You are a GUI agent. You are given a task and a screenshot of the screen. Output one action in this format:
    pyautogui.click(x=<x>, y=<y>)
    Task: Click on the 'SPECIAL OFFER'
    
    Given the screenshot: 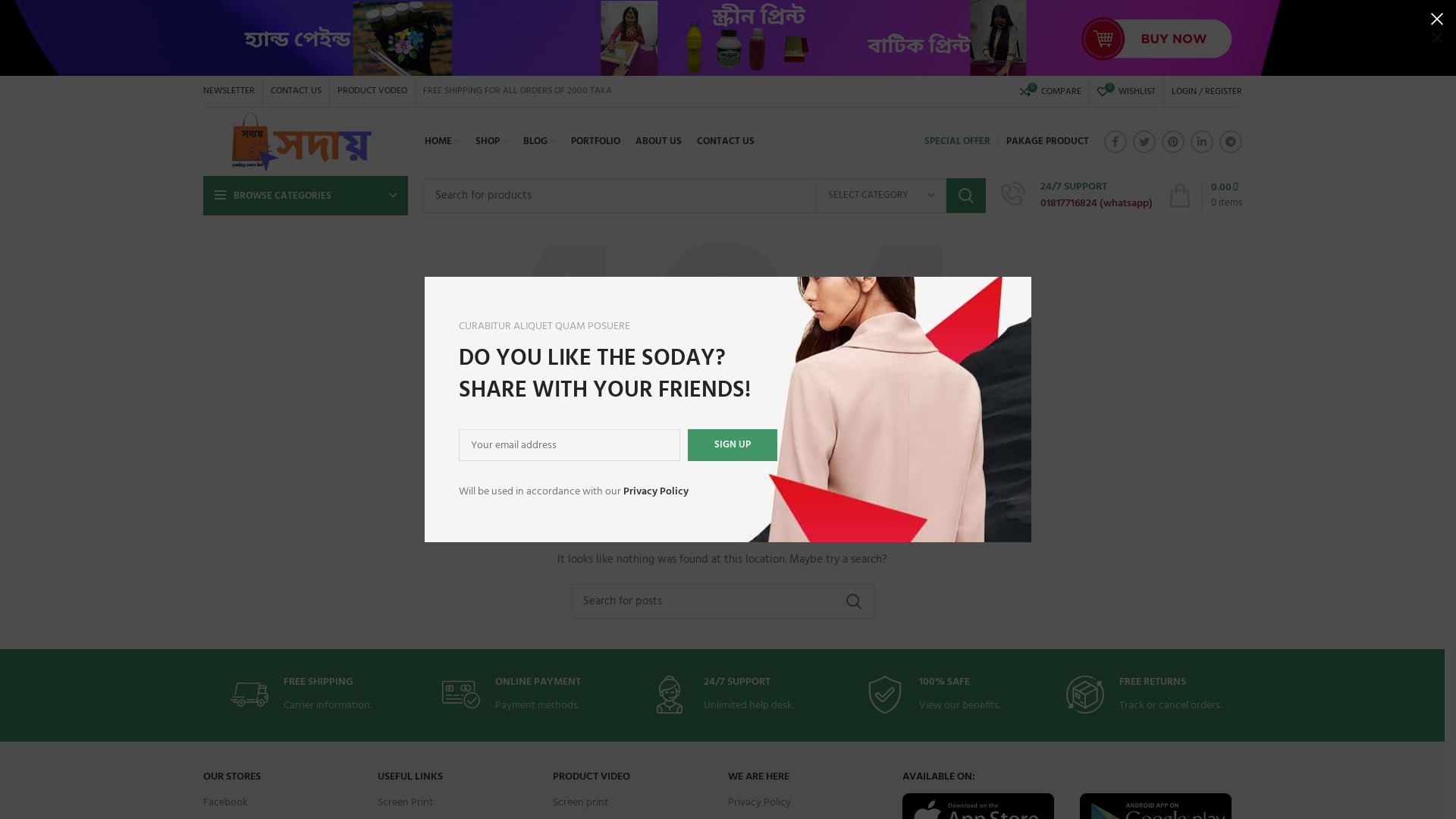 What is the action you would take?
    pyautogui.click(x=955, y=141)
    